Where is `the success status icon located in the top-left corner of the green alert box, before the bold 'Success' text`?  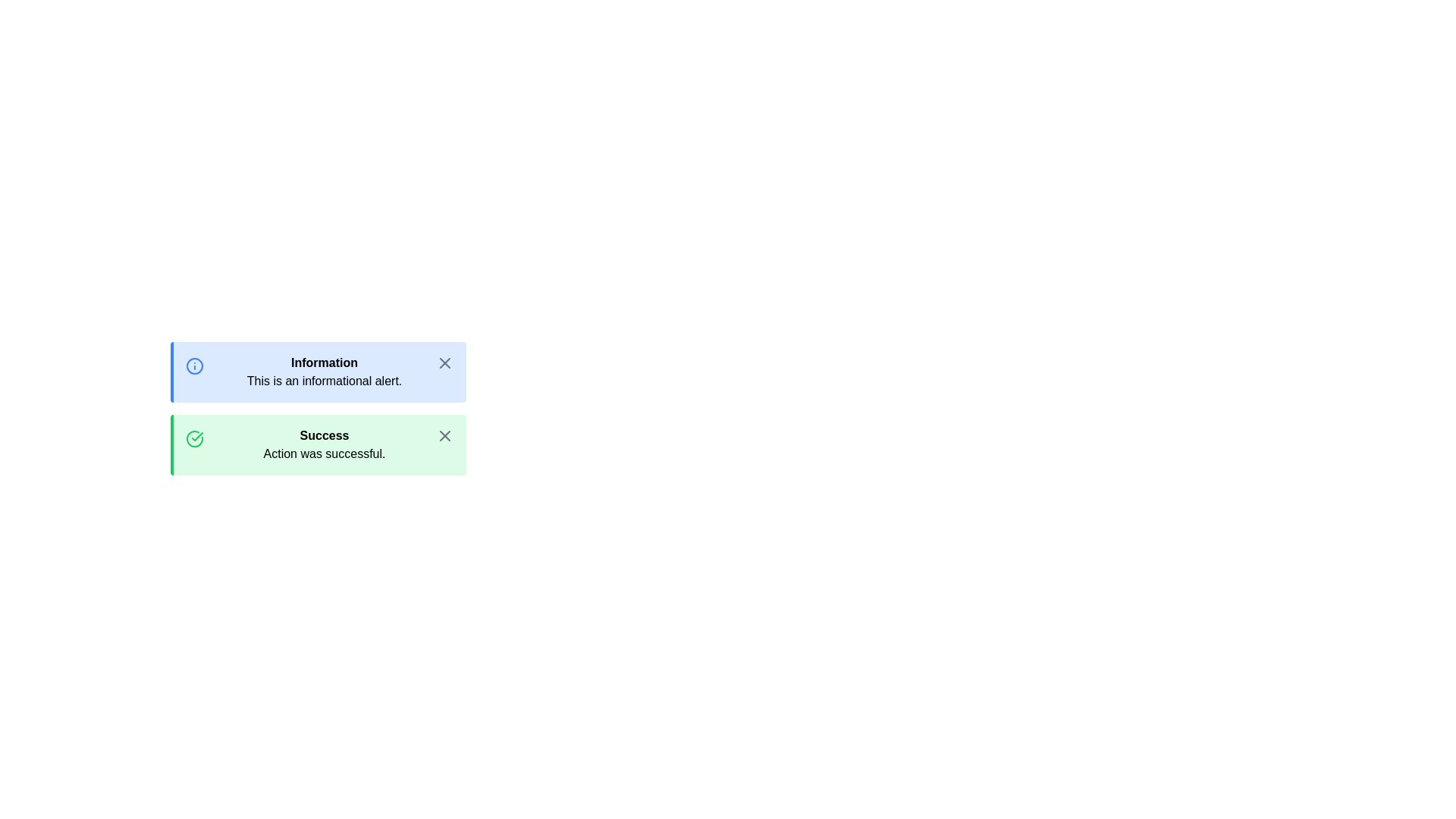 the success status icon located in the top-left corner of the green alert box, before the bold 'Success' text is located at coordinates (194, 438).